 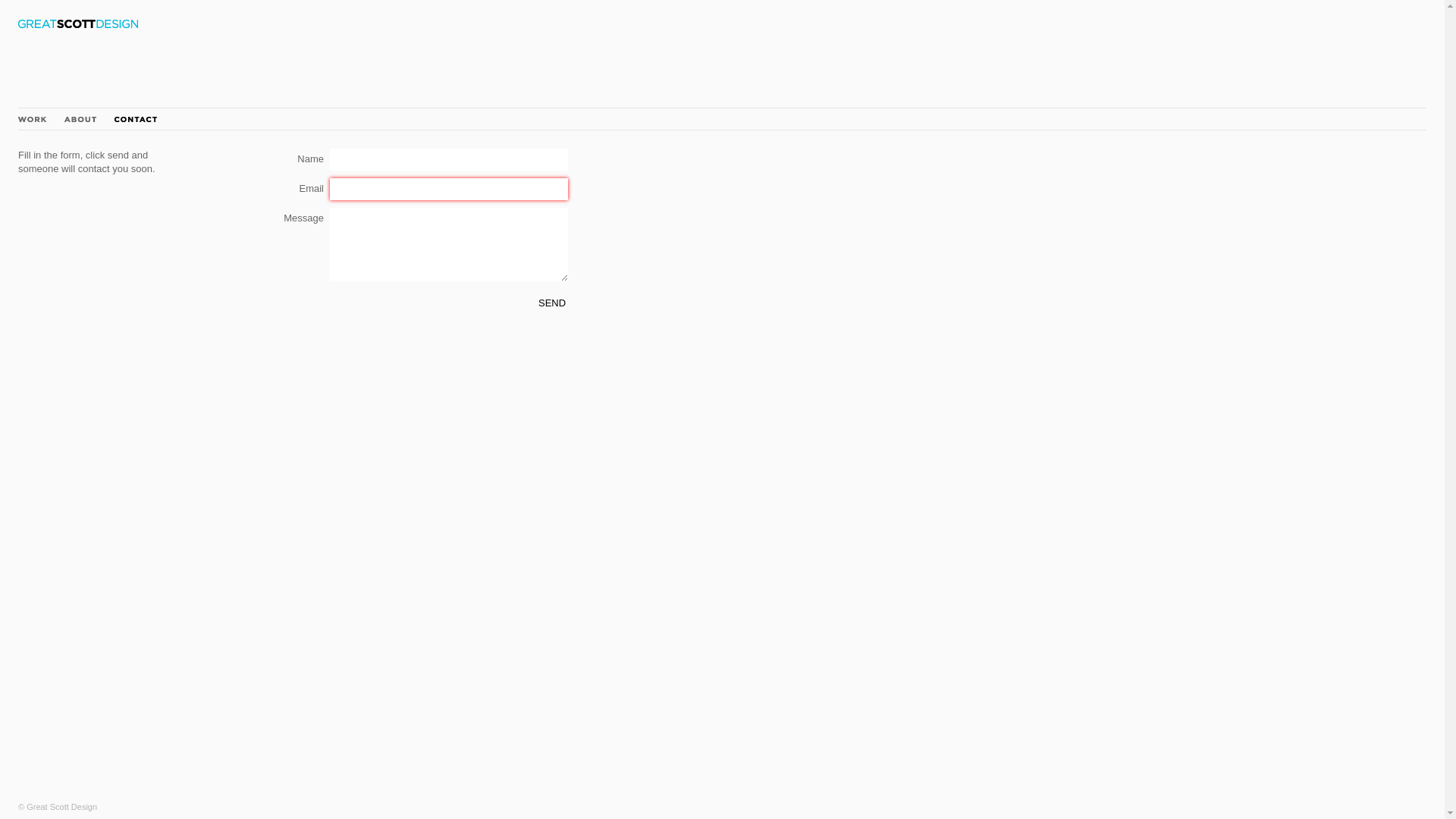 I want to click on 'CONTACT', so click(x=135, y=118).